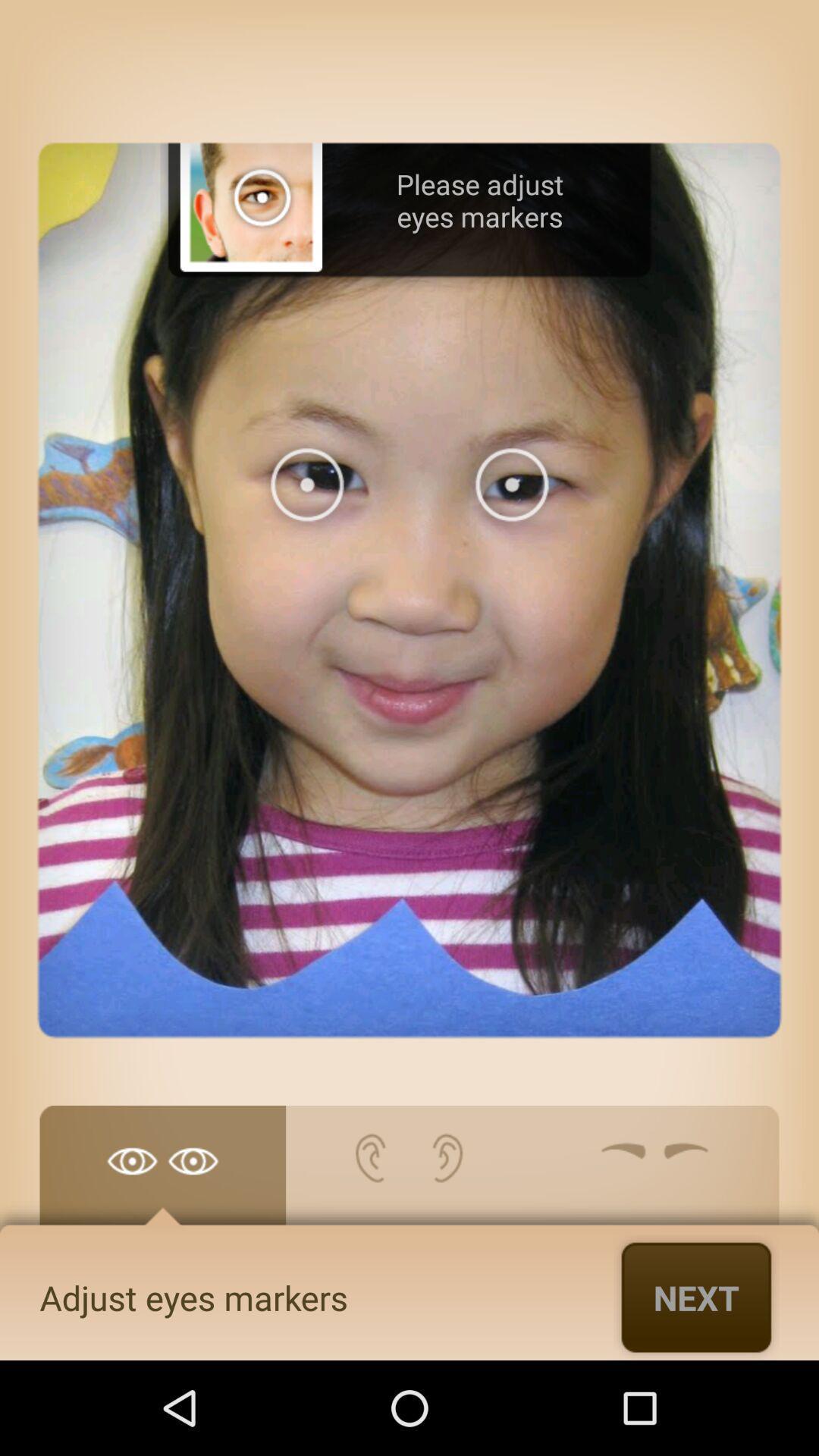  I want to click on the next icon, so click(696, 1297).